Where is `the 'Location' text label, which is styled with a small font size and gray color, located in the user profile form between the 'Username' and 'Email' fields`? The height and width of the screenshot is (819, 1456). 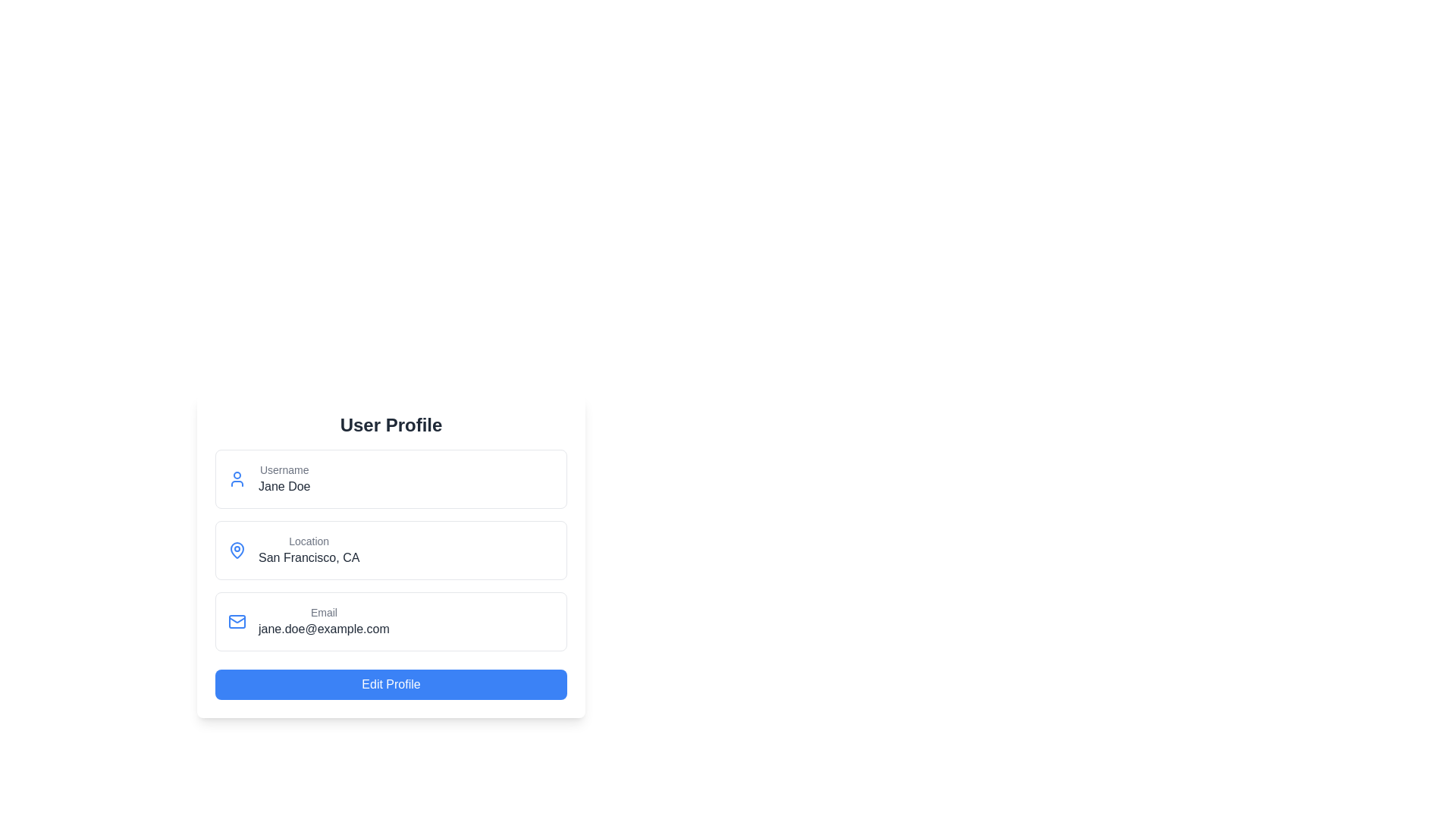 the 'Location' text label, which is styled with a small font size and gray color, located in the user profile form between the 'Username' and 'Email' fields is located at coordinates (308, 540).